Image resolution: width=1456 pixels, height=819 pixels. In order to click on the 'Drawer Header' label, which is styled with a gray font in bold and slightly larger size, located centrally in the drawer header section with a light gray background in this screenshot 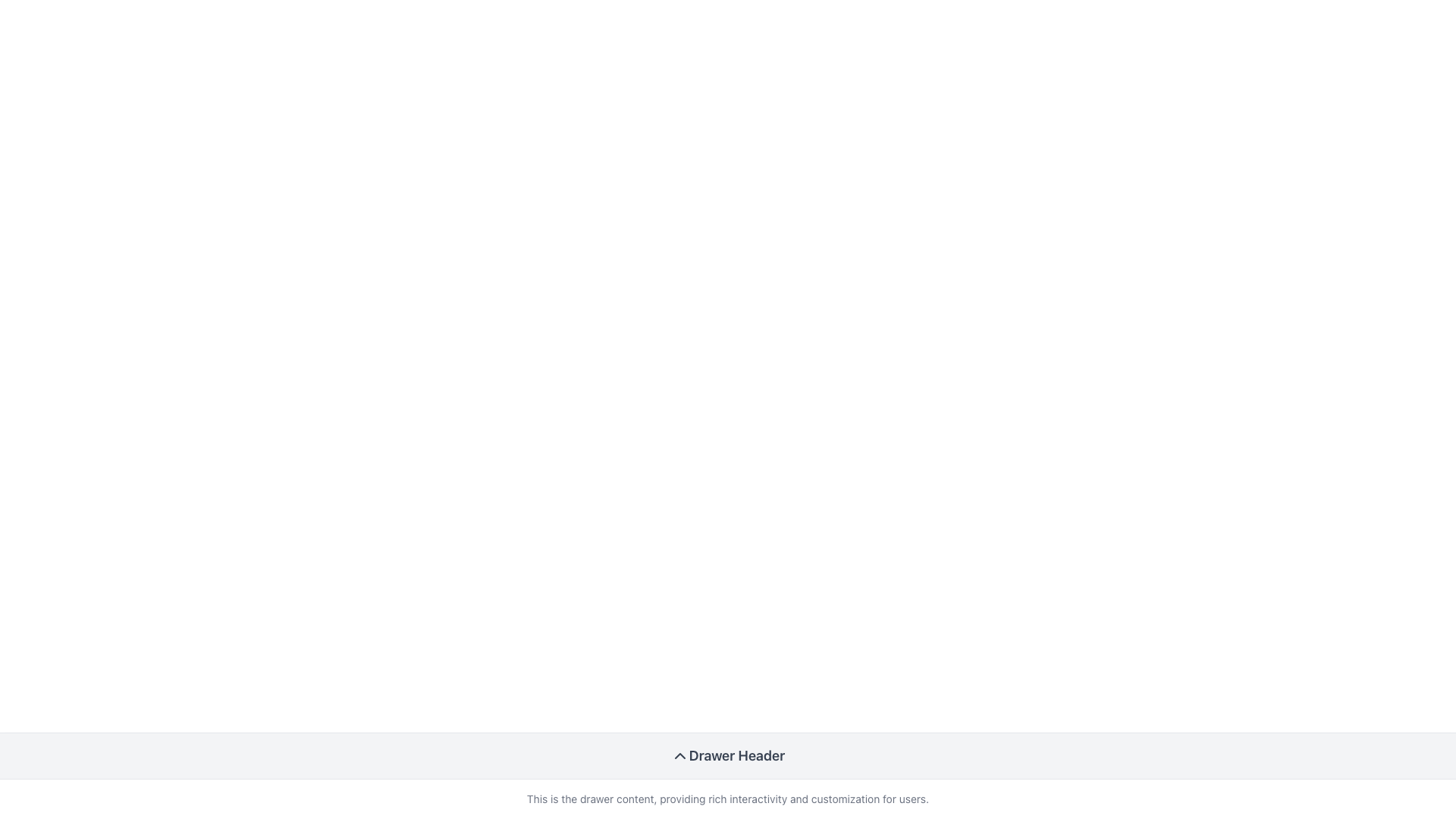, I will do `click(736, 755)`.